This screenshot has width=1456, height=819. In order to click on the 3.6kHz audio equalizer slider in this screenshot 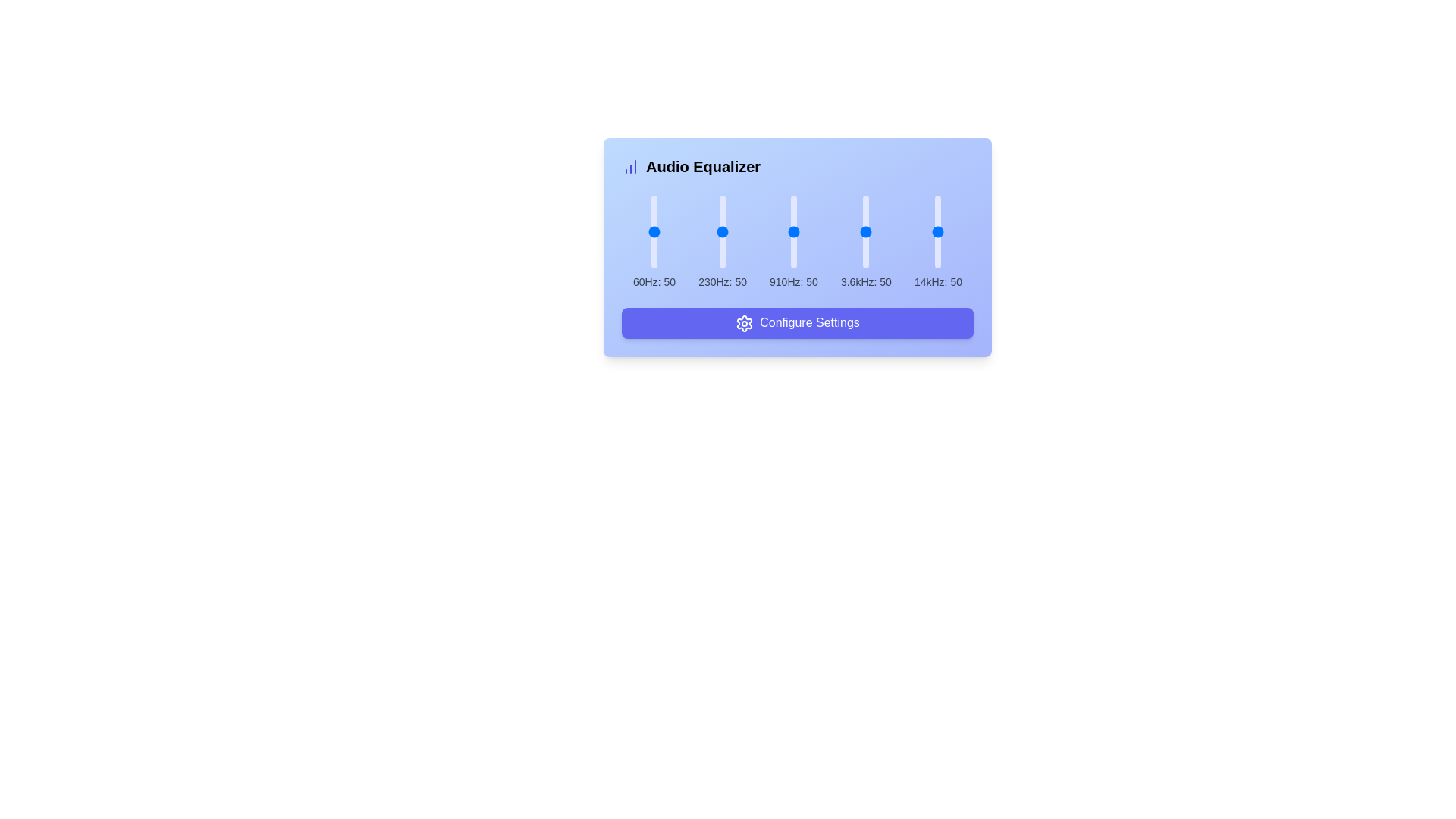, I will do `click(866, 218)`.